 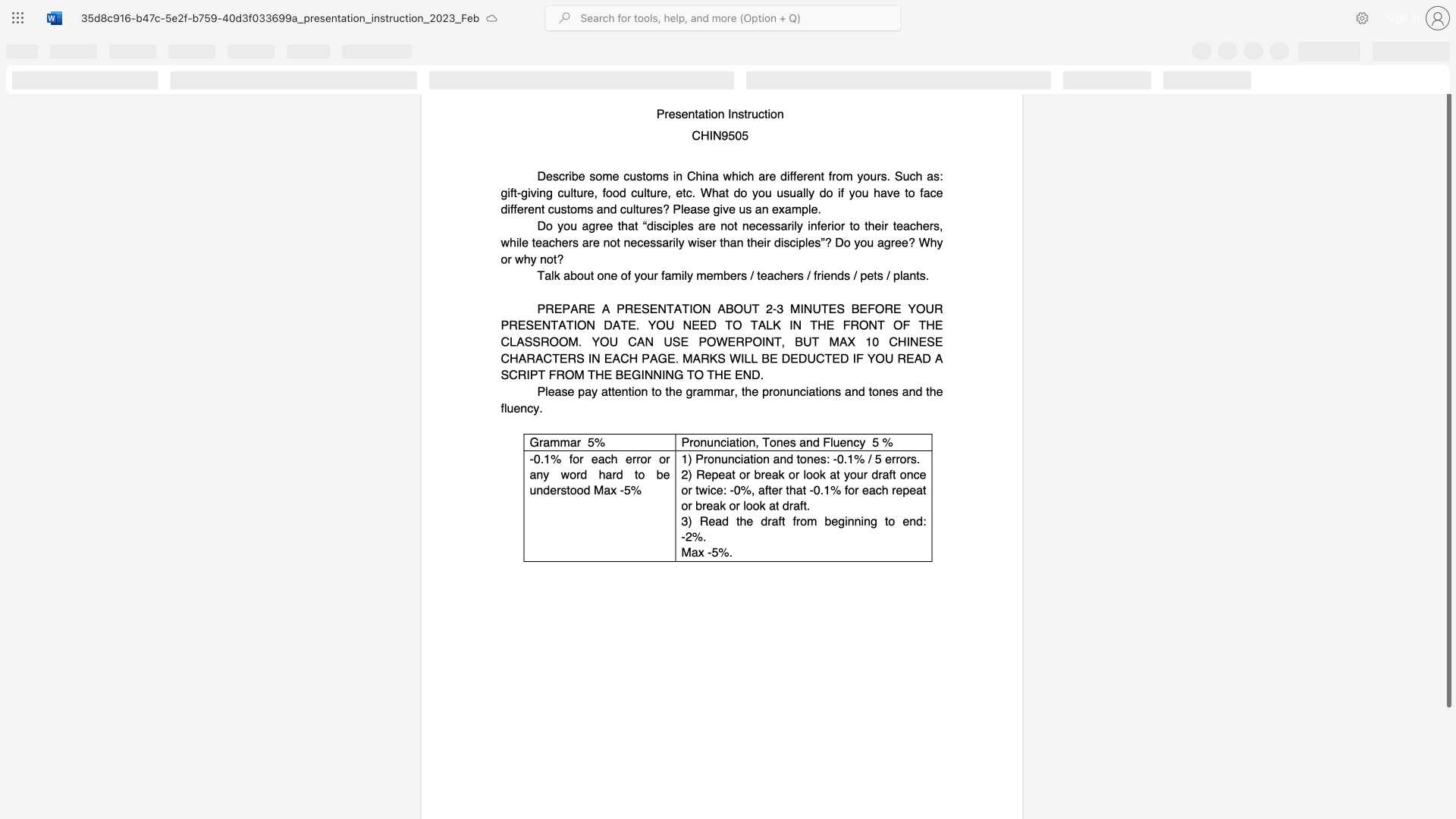 I want to click on the subset text "o be understood Max" within the text "-0.1% for each error or any word hard to be understood Max -5%", so click(x=638, y=473).